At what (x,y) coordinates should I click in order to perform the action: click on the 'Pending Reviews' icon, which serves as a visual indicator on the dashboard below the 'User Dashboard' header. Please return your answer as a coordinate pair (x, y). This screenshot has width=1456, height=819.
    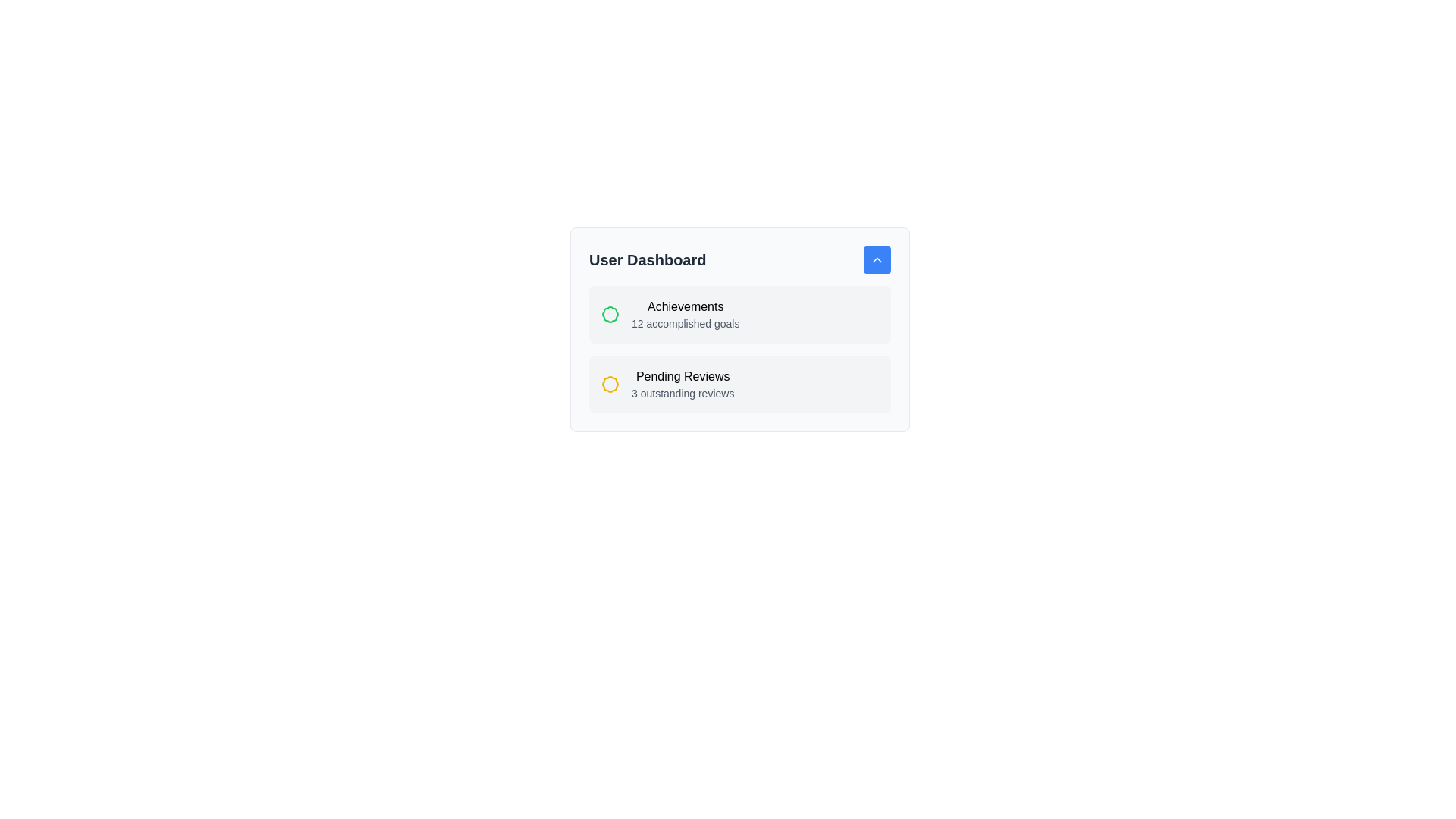
    Looking at the image, I should click on (610, 383).